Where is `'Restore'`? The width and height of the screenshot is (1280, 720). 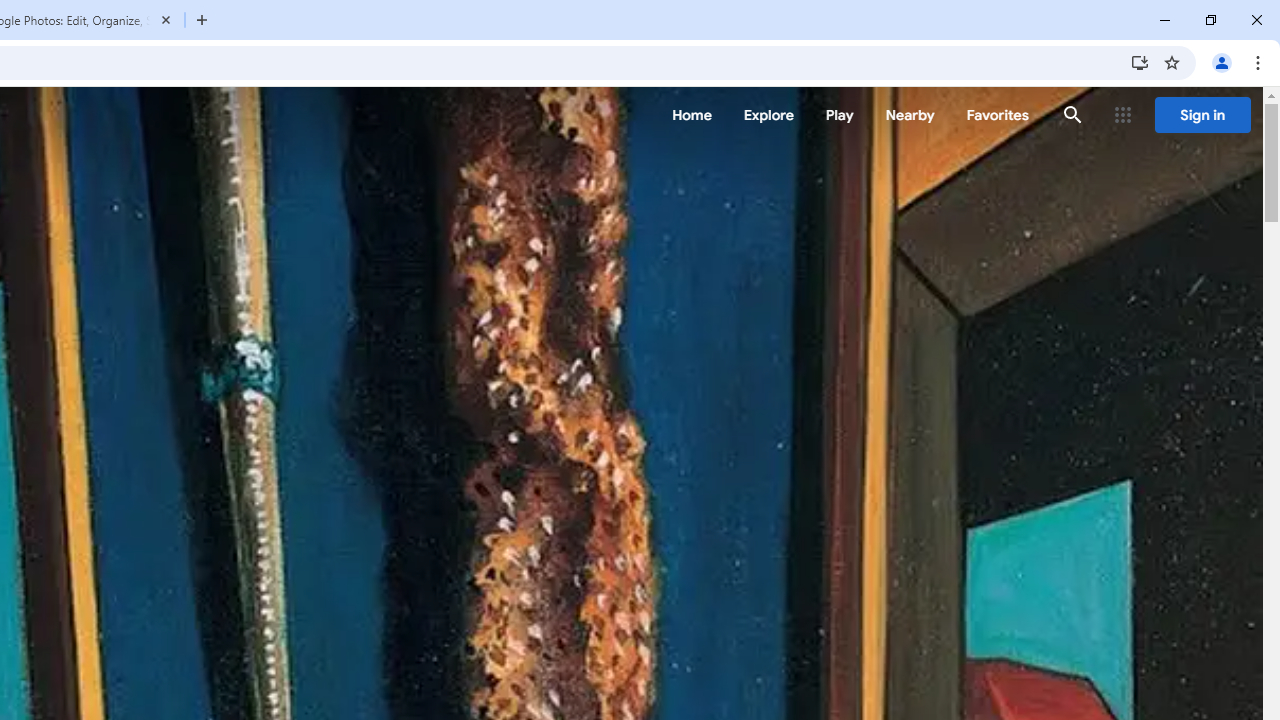
'Restore' is located at coordinates (1209, 20).